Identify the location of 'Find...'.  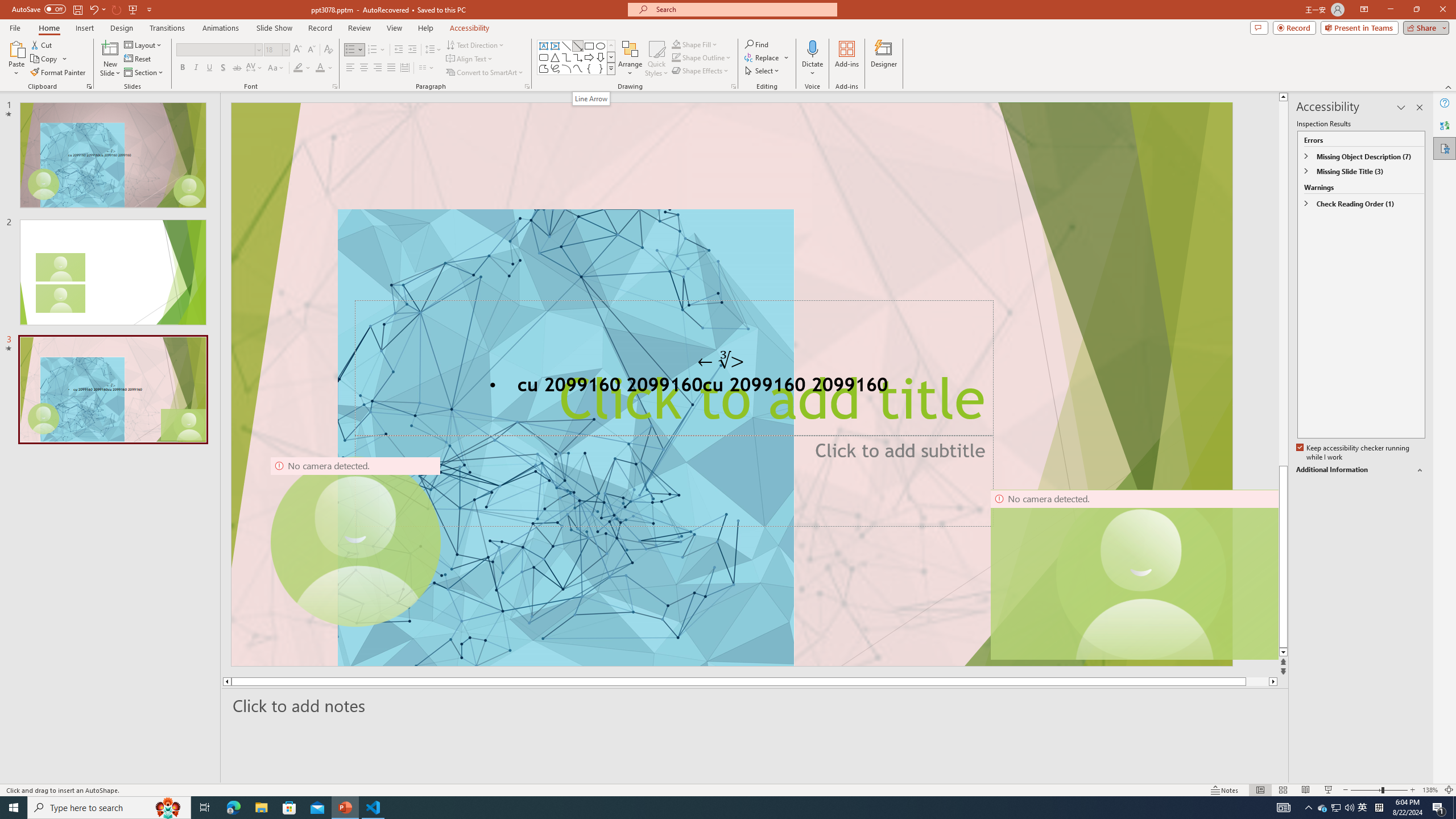
(756, 44).